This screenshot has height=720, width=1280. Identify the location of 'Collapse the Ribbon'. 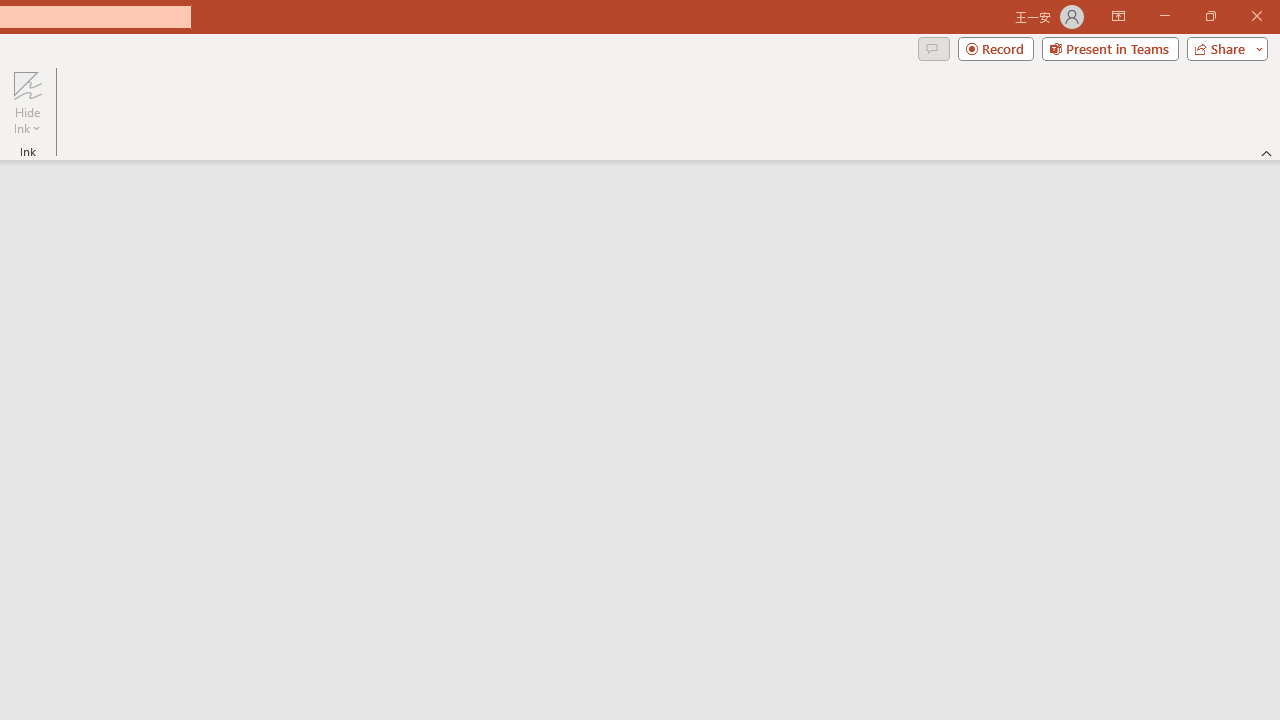
(1266, 152).